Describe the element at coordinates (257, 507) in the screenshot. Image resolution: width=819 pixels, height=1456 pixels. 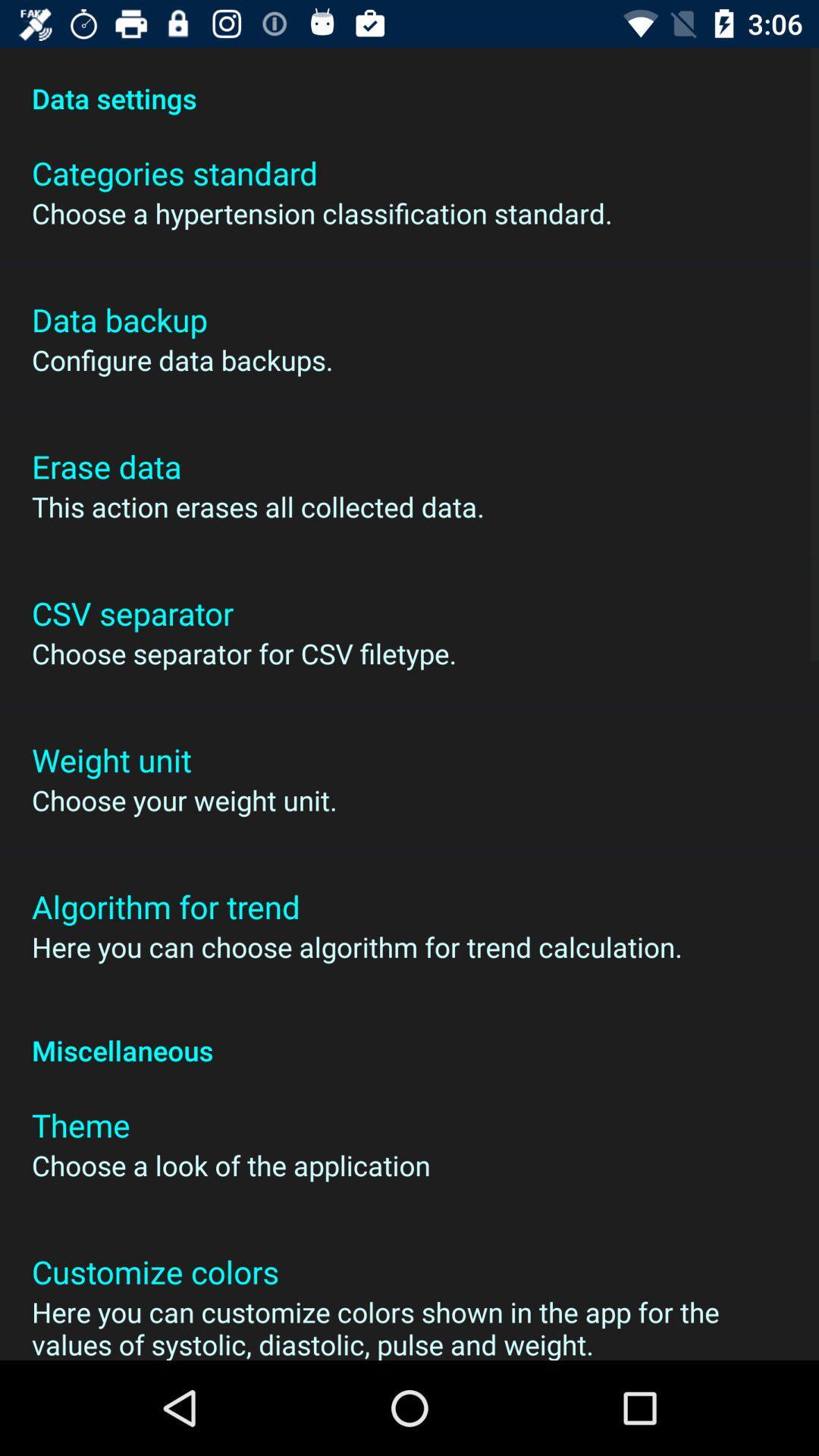
I see `this action erases icon` at that location.